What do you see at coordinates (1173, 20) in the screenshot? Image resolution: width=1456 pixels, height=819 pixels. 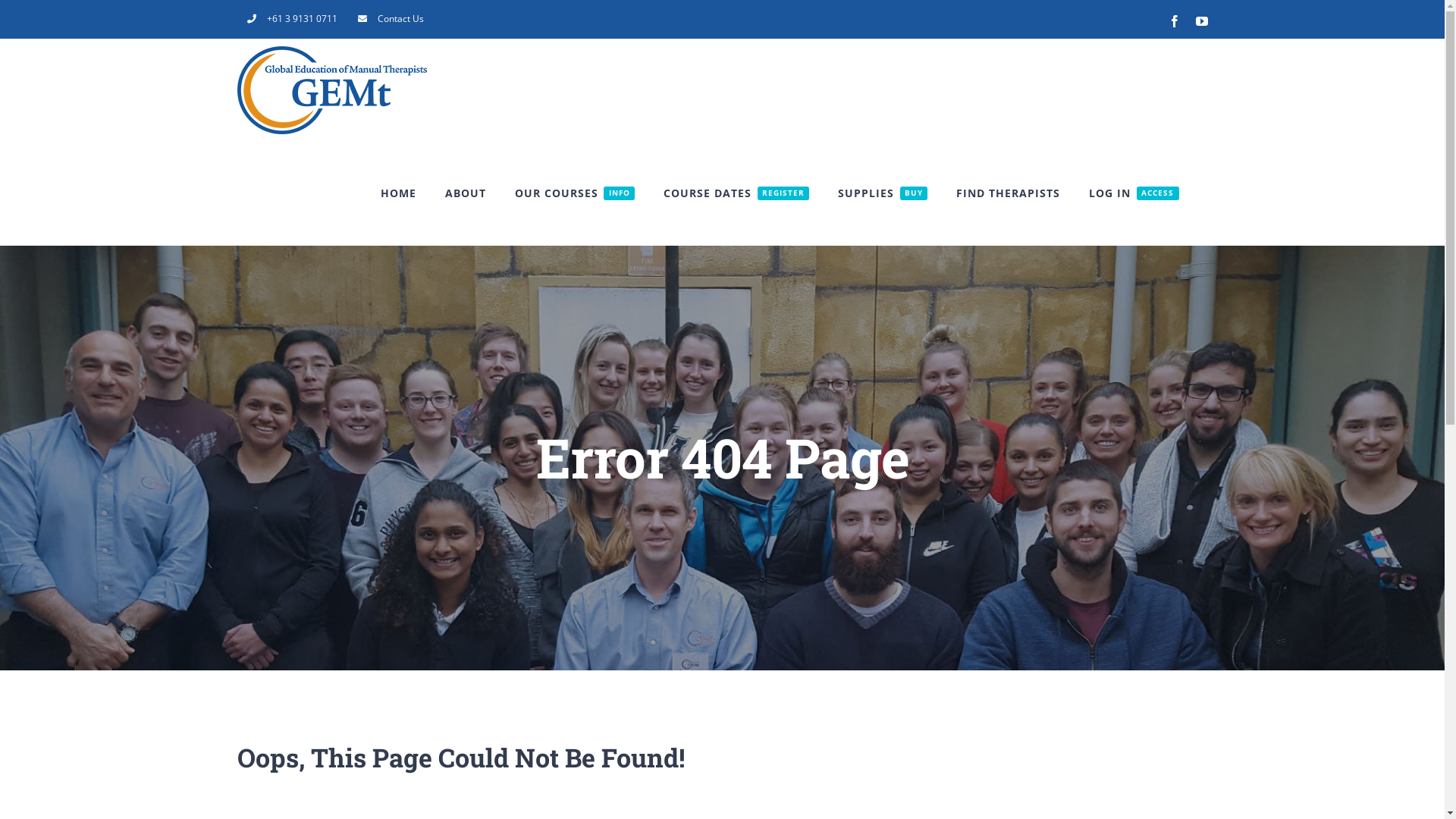 I see `'Facebook'` at bounding box center [1173, 20].